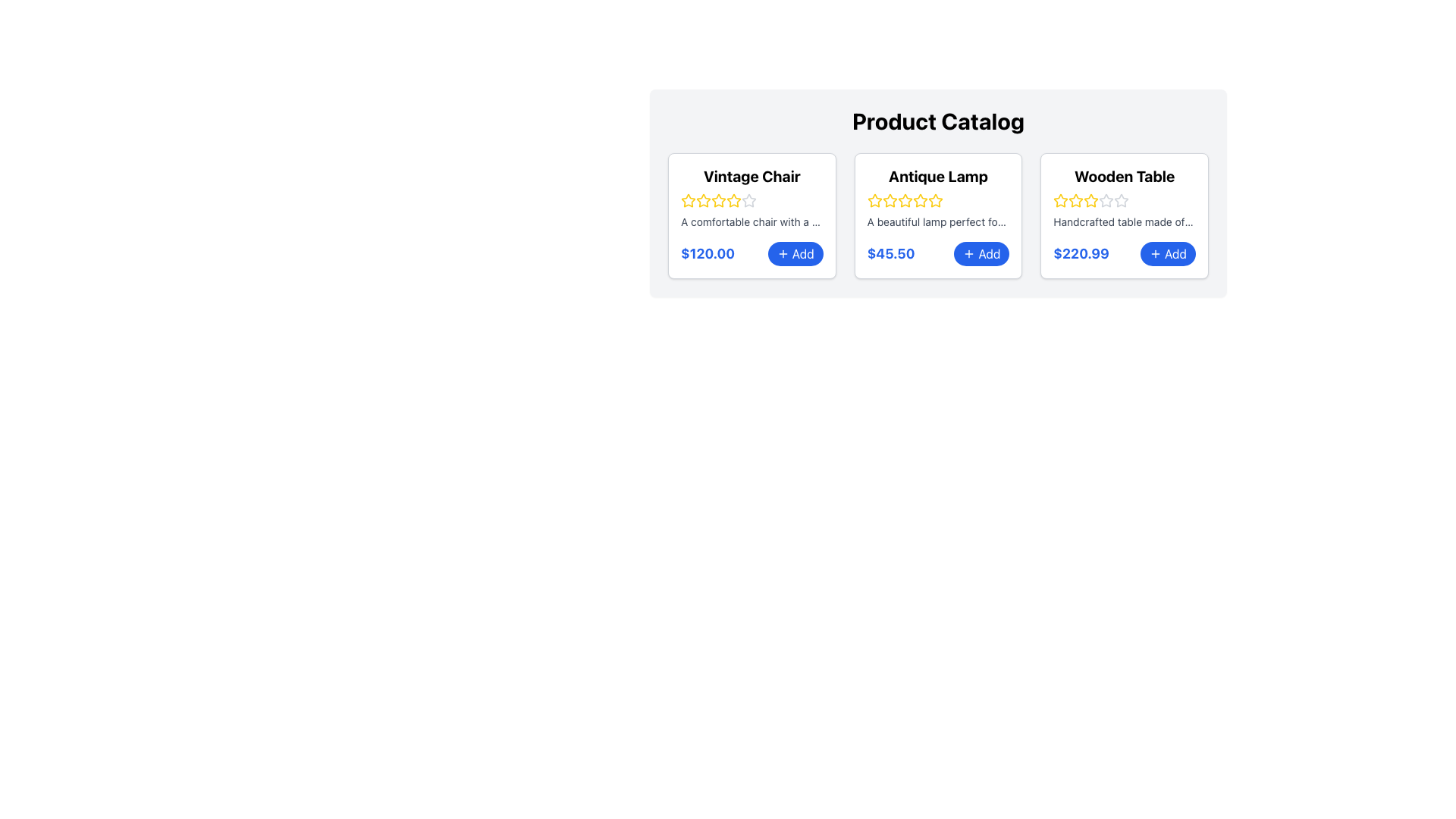  What do you see at coordinates (937, 120) in the screenshot?
I see `text from the section heading that indicates the purpose of the product cards below` at bounding box center [937, 120].